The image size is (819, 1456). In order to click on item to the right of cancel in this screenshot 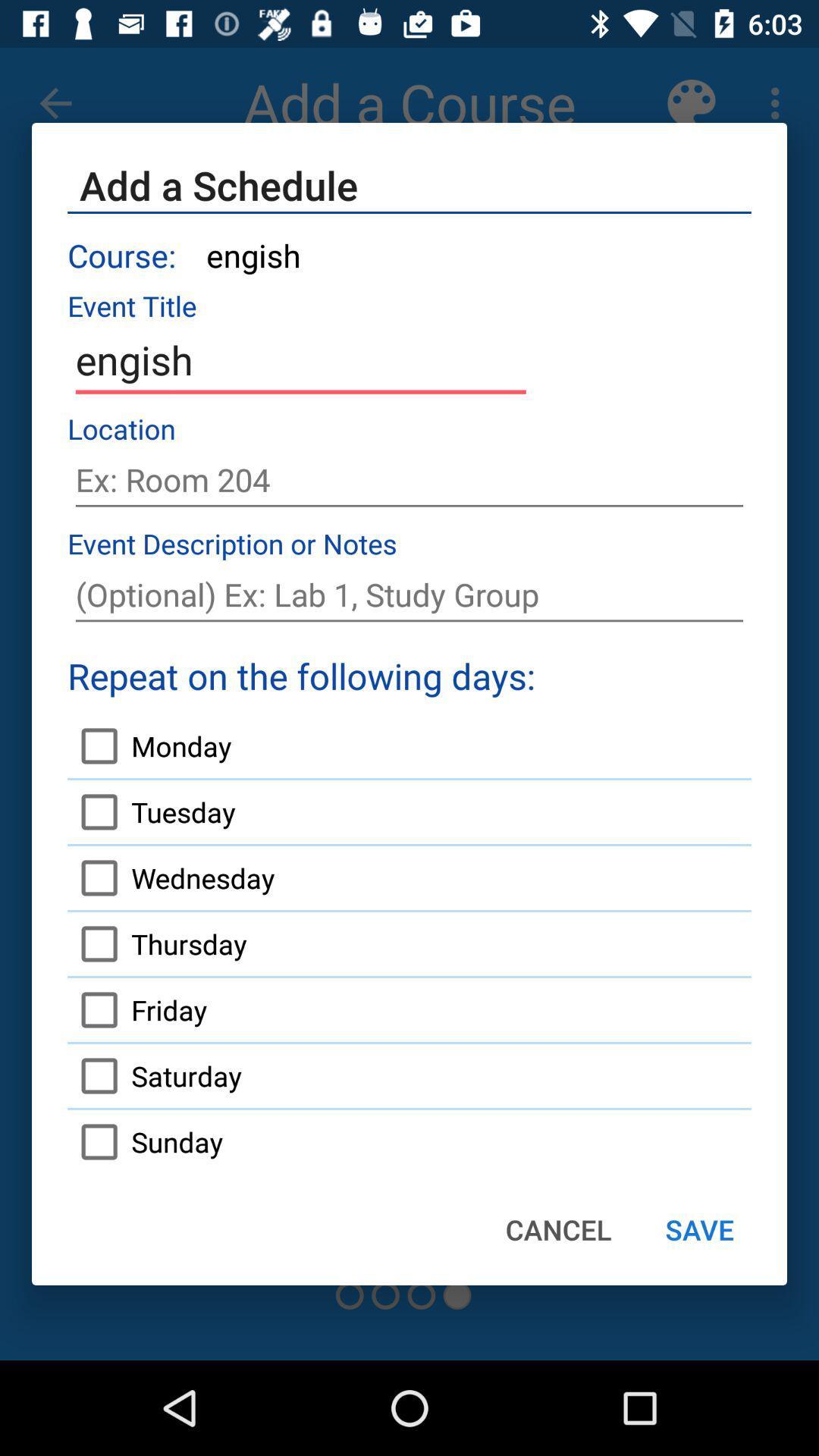, I will do `click(699, 1229)`.